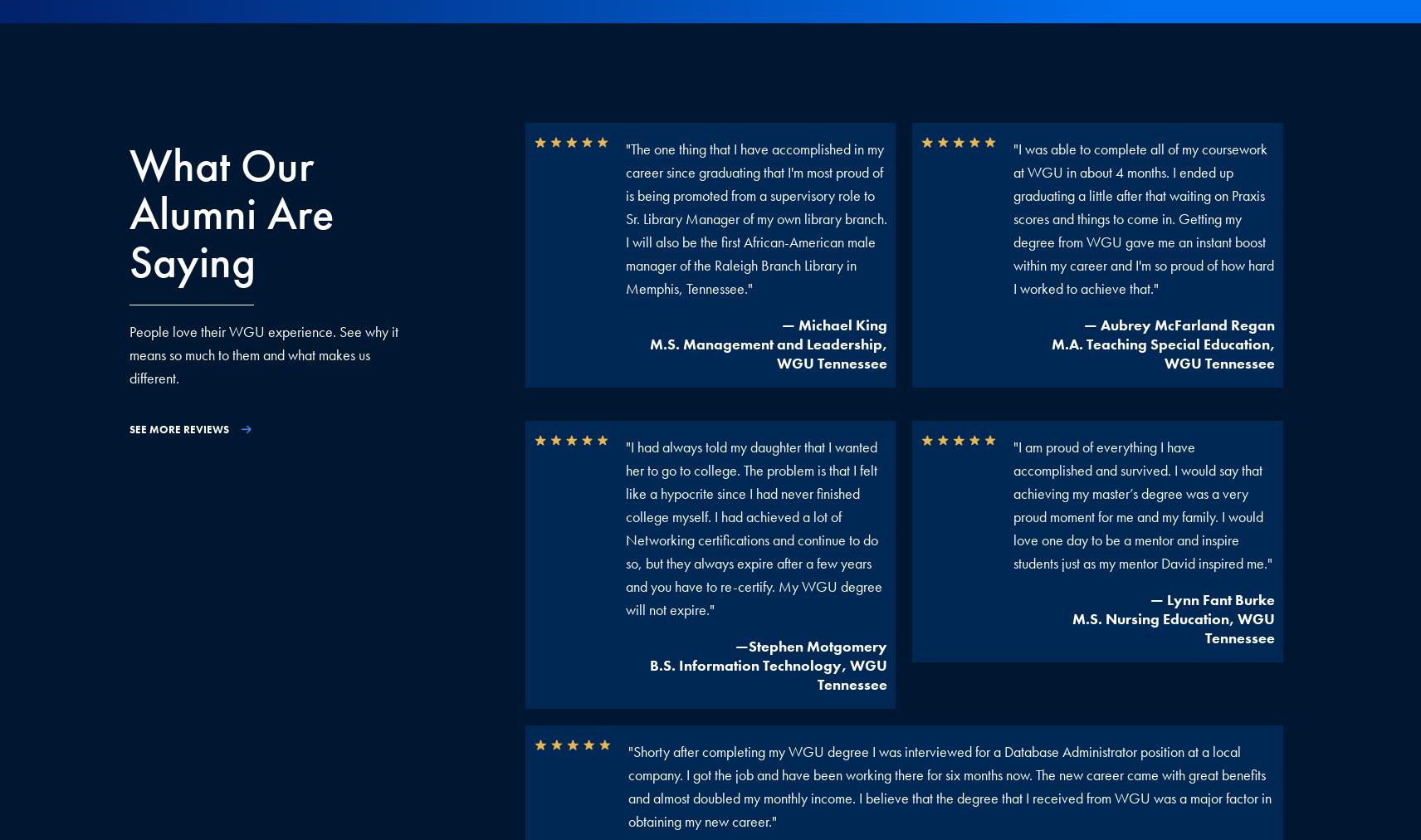  Describe the element at coordinates (1141, 217) in the screenshot. I see `'"I was able to complete all of my coursework at WGU in about 4 months. I ended up graduating a little after that waiting on Praxis scores and things to come in. Getting my degree from WGU gave me an instant boost within my career and I'm so proud of how hard I worked to achieve that."'` at that location.